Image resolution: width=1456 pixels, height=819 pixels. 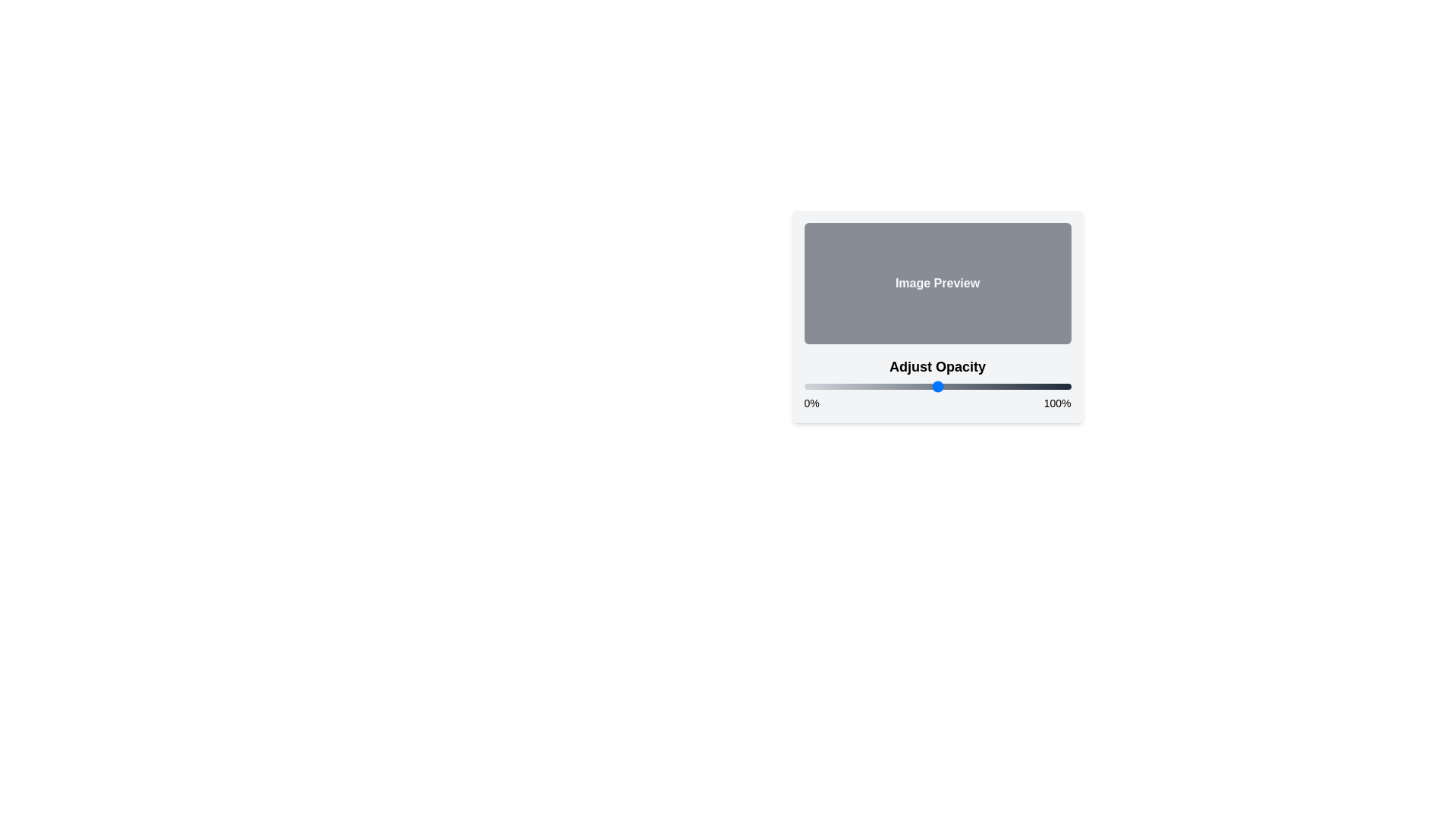 I want to click on the opacity, so click(x=945, y=385).